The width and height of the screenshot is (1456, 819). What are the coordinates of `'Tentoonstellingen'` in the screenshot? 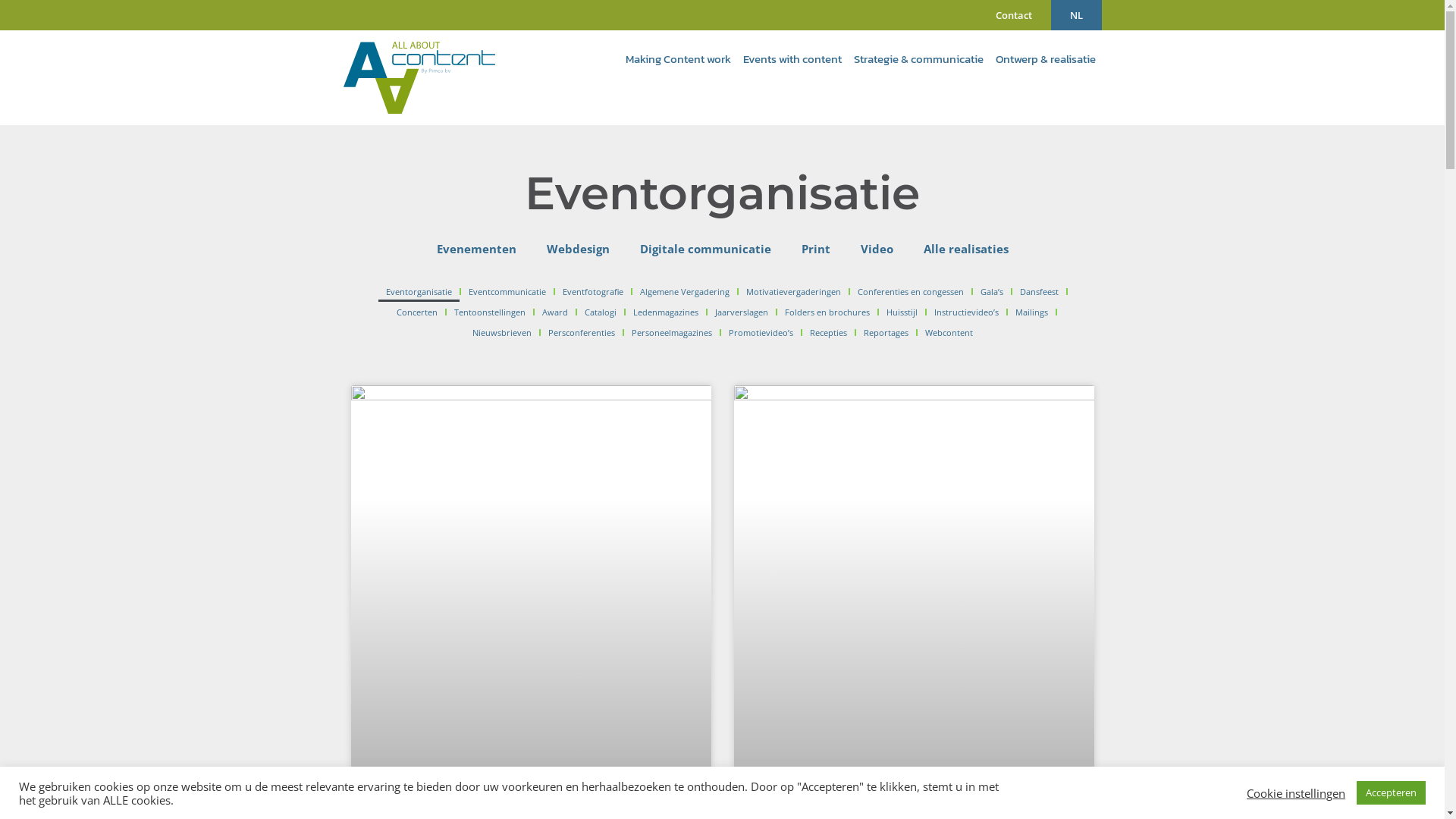 It's located at (488, 312).